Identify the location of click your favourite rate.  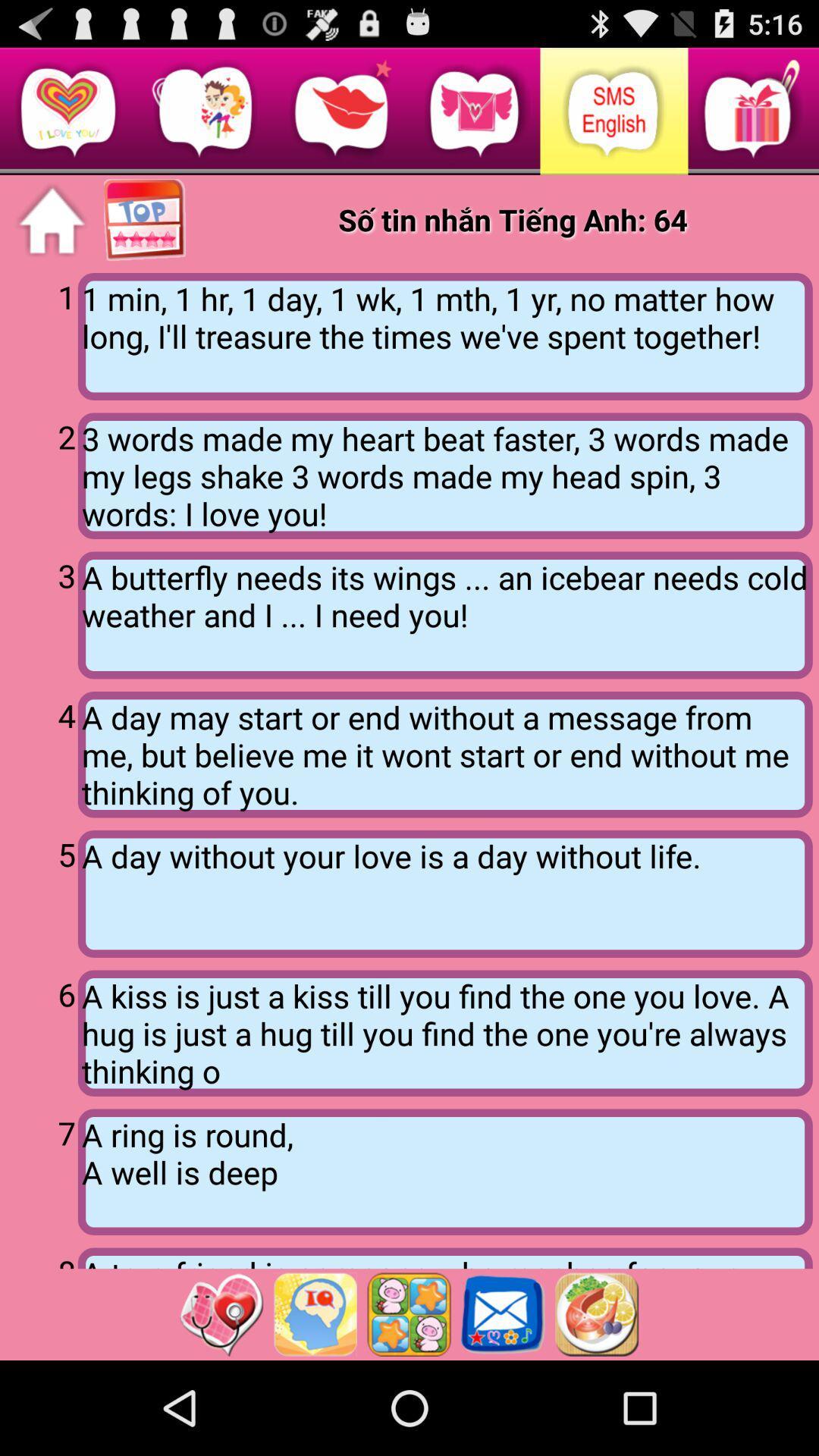
(146, 220).